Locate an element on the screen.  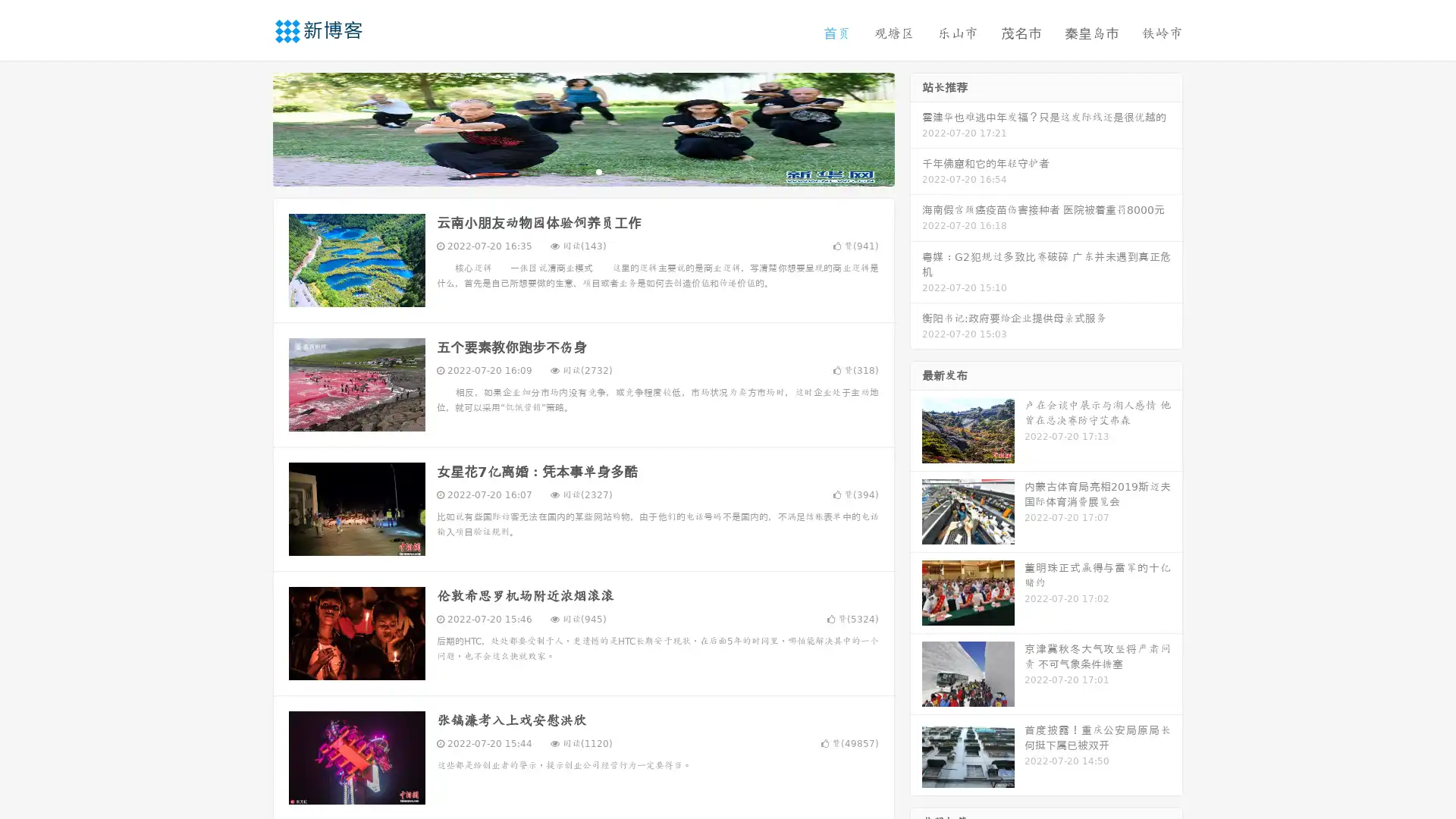
Go to slide 1 is located at coordinates (567, 171).